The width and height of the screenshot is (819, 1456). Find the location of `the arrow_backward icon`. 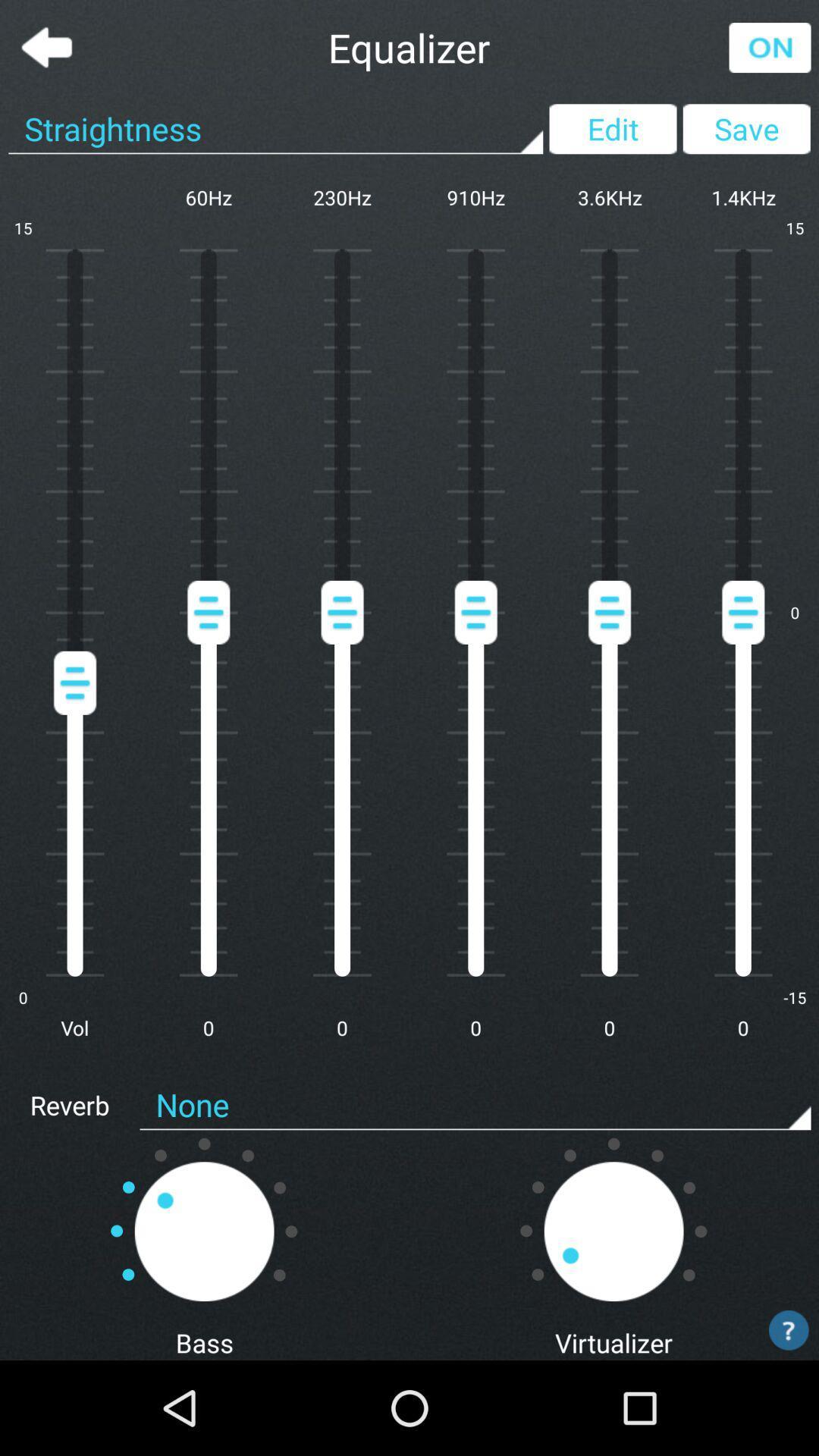

the arrow_backward icon is located at coordinates (45, 51).